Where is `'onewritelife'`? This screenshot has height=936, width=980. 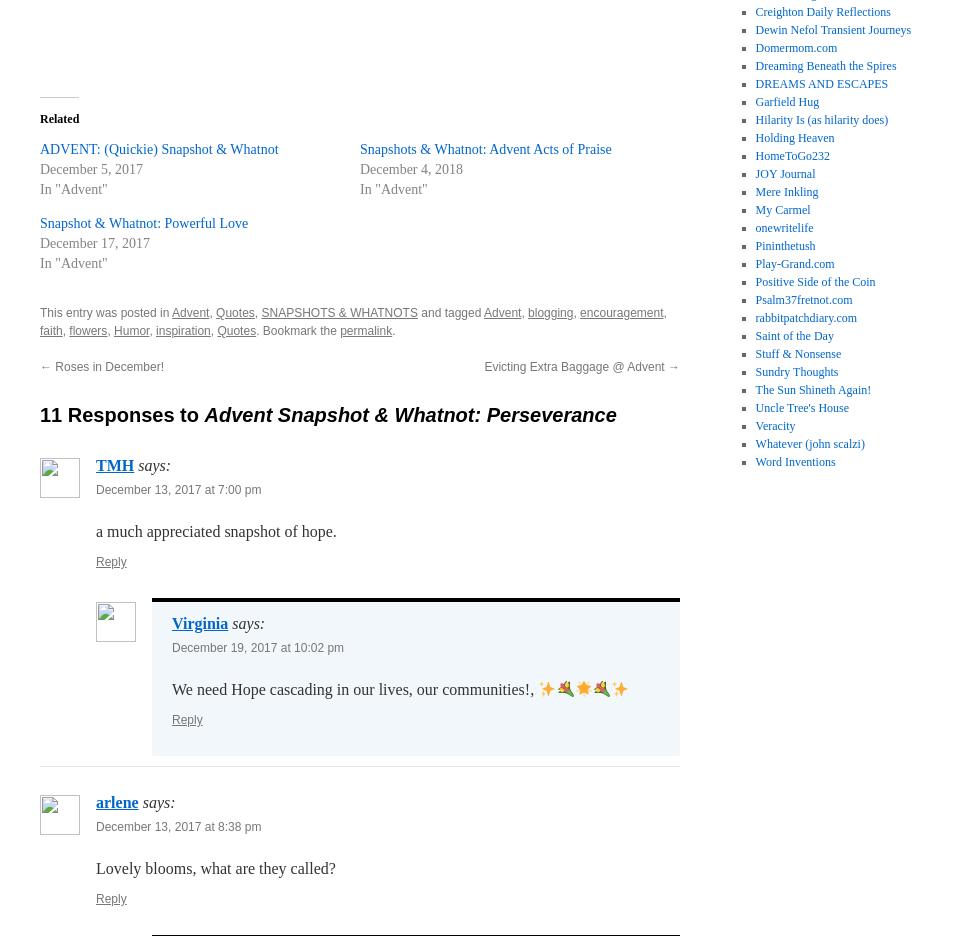
'onewritelife' is located at coordinates (784, 228).